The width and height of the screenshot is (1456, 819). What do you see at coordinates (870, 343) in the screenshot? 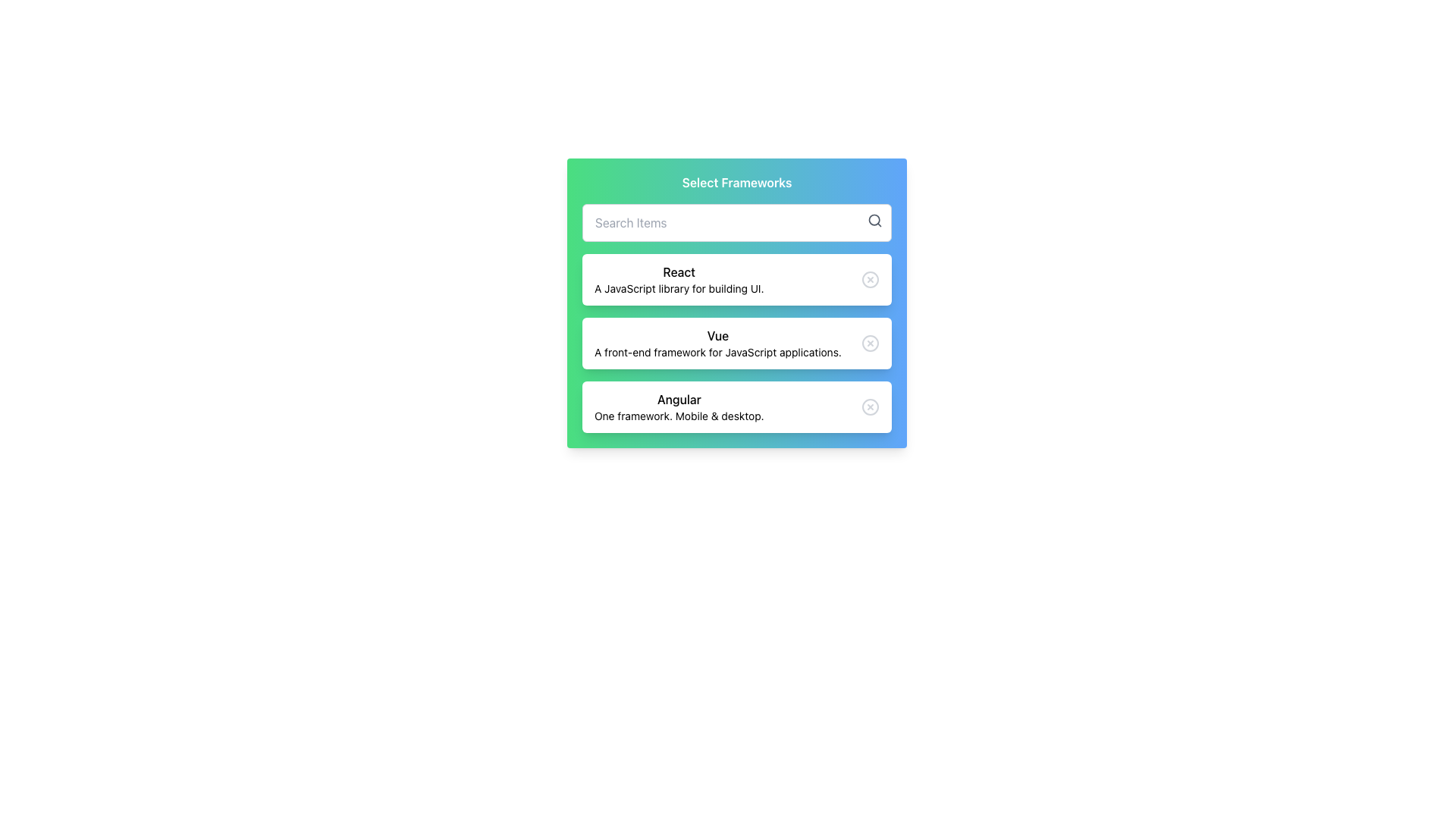
I see `the circular icon with a slightly filled border located in the rightmost section of the second list item in a vertically aligned list of selectable items` at bounding box center [870, 343].